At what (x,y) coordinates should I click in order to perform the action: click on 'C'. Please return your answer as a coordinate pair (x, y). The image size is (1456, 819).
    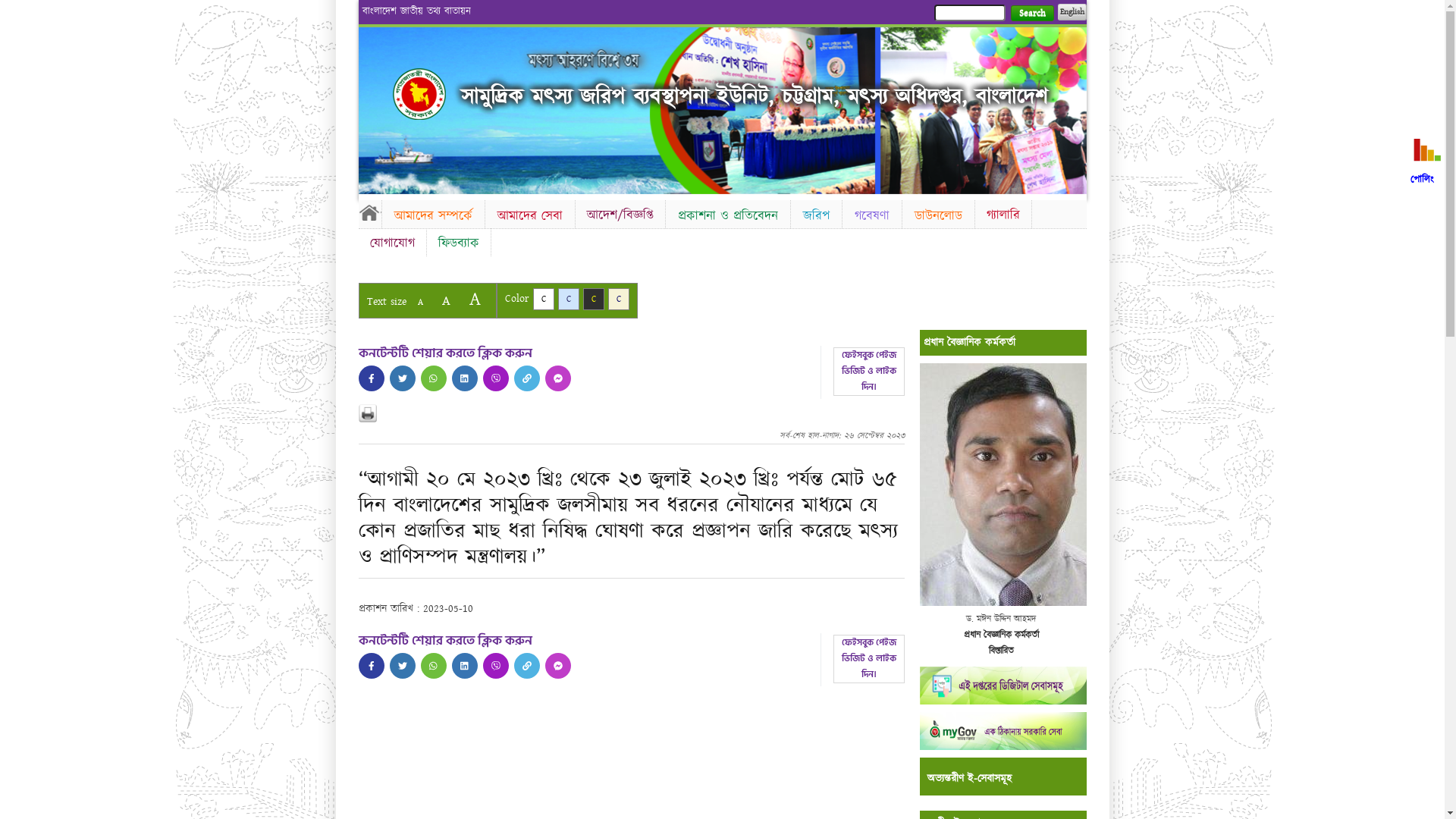
    Looking at the image, I should click on (567, 299).